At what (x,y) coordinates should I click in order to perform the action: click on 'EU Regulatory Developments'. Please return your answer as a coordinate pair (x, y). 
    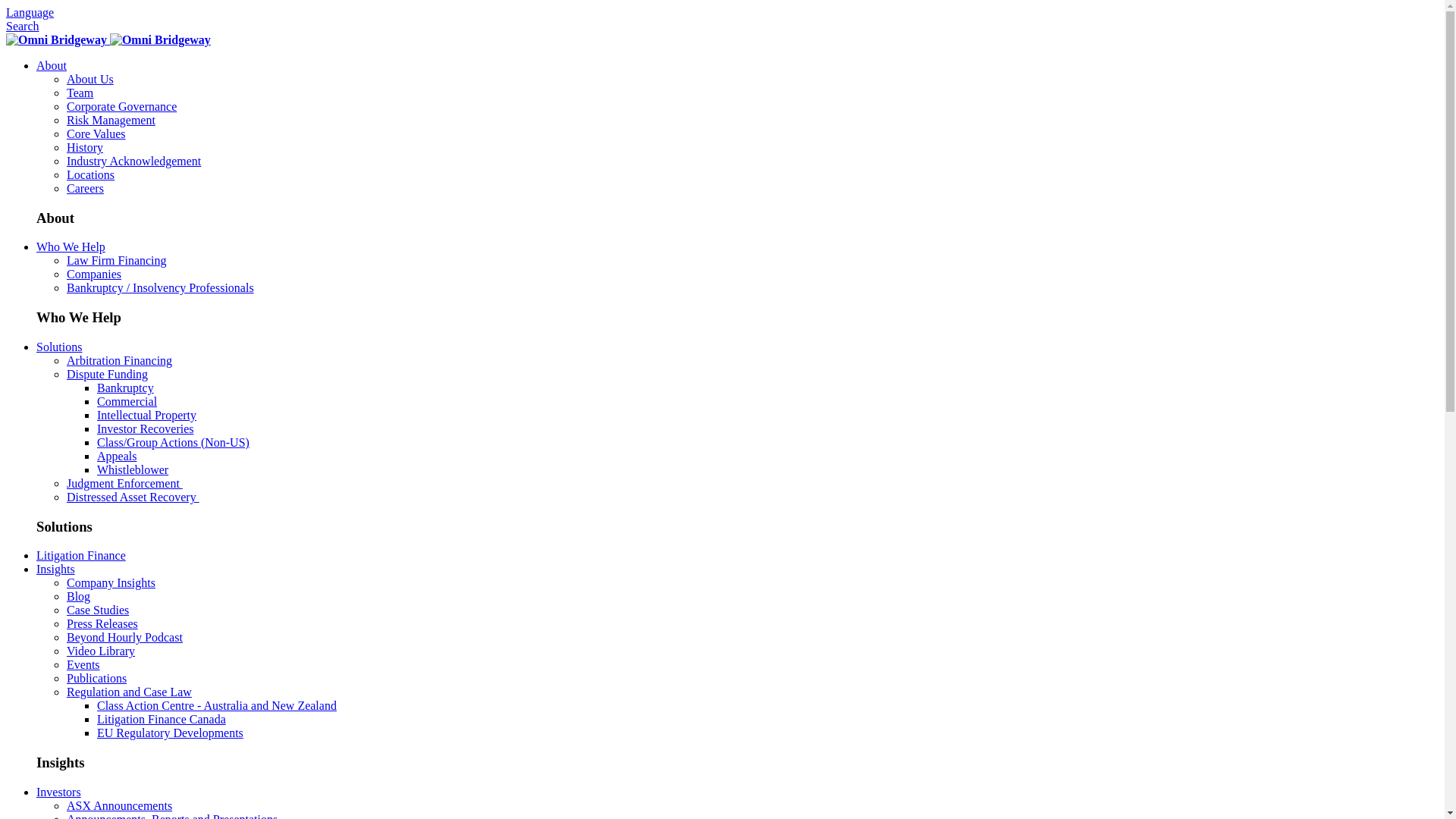
    Looking at the image, I should click on (170, 732).